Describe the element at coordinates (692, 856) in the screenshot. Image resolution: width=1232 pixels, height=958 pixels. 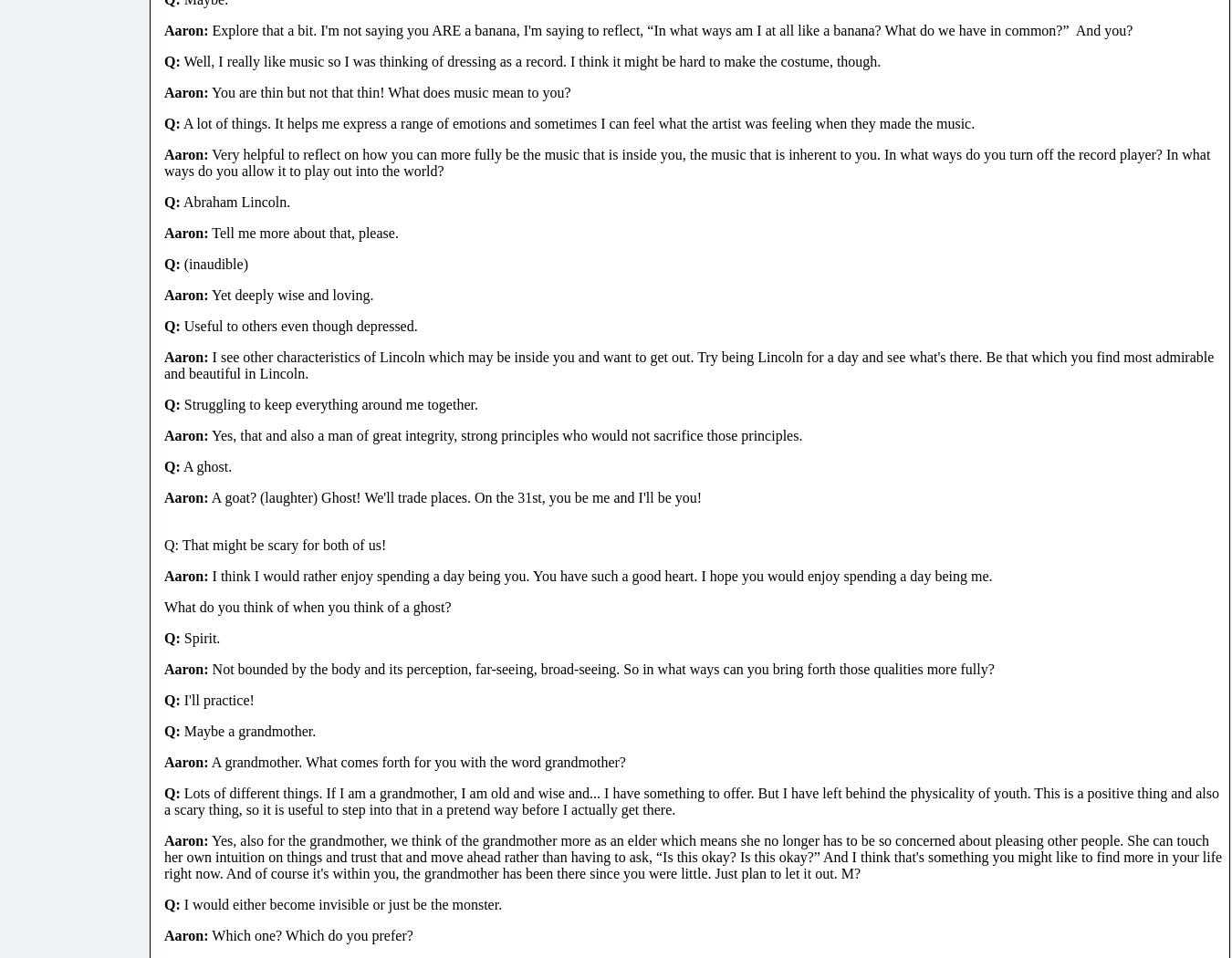
I see `'Yes, also for the grandmother, we think of the grandmother more as an elder which means she no longer has to be so concerned about pleasing other people. She can touch her own intuition on things and trust that and move ahead rather than having to ask, “Is this okay? Is this okay?” And I think that's something you might like to find more in your life right now. And of course it's within you, the grandmother has been there since you were little. Just plan to let it out. M?'` at that location.